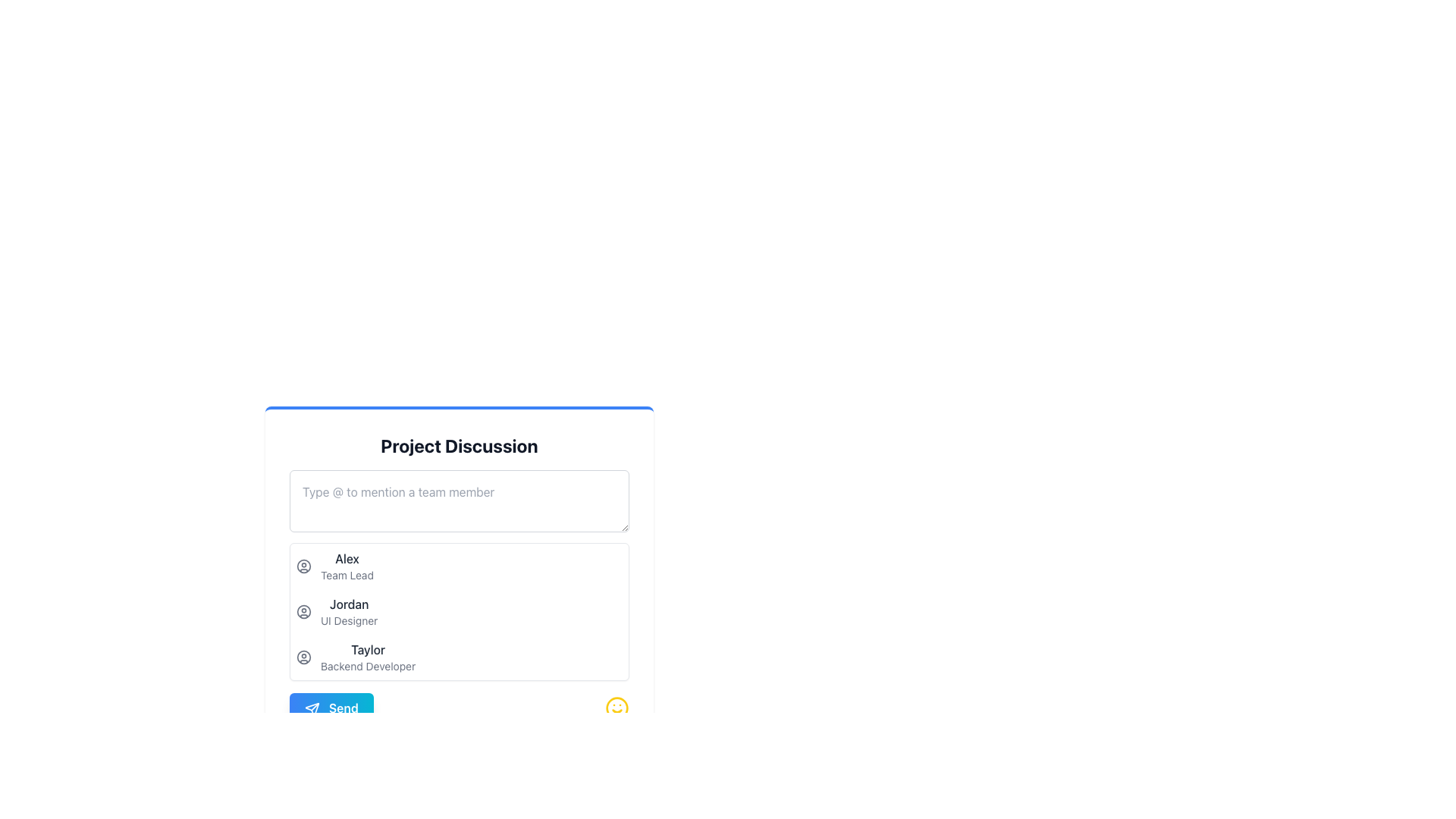 The width and height of the screenshot is (1456, 819). Describe the element at coordinates (346, 558) in the screenshot. I see `the text label displaying 'Alex' in a medium-sized, bold font with a dark gray color, positioned above the designation 'Team Lead'` at that location.